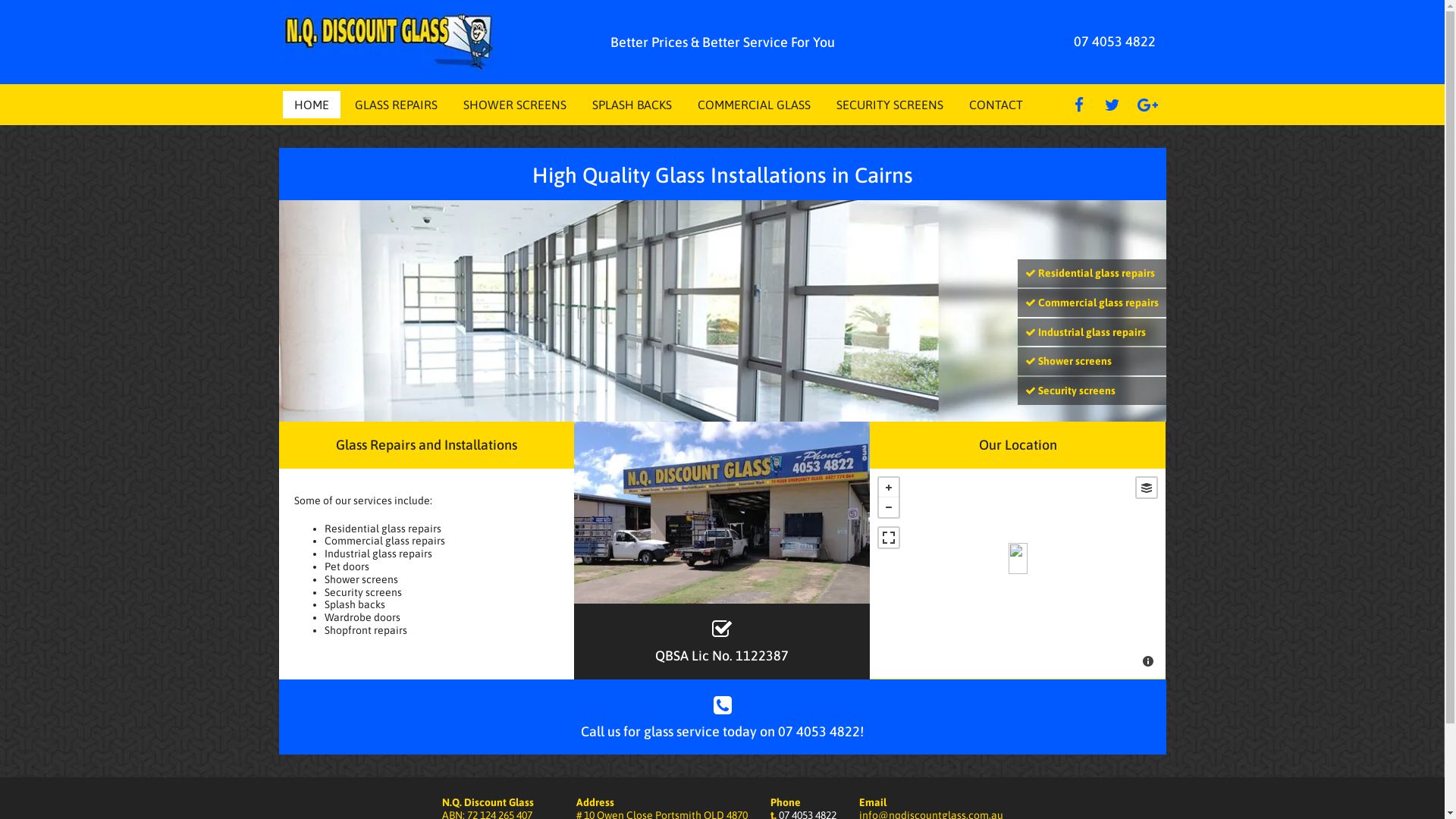  What do you see at coordinates (353, 104) in the screenshot?
I see `'GLASS REPAIRS'` at bounding box center [353, 104].